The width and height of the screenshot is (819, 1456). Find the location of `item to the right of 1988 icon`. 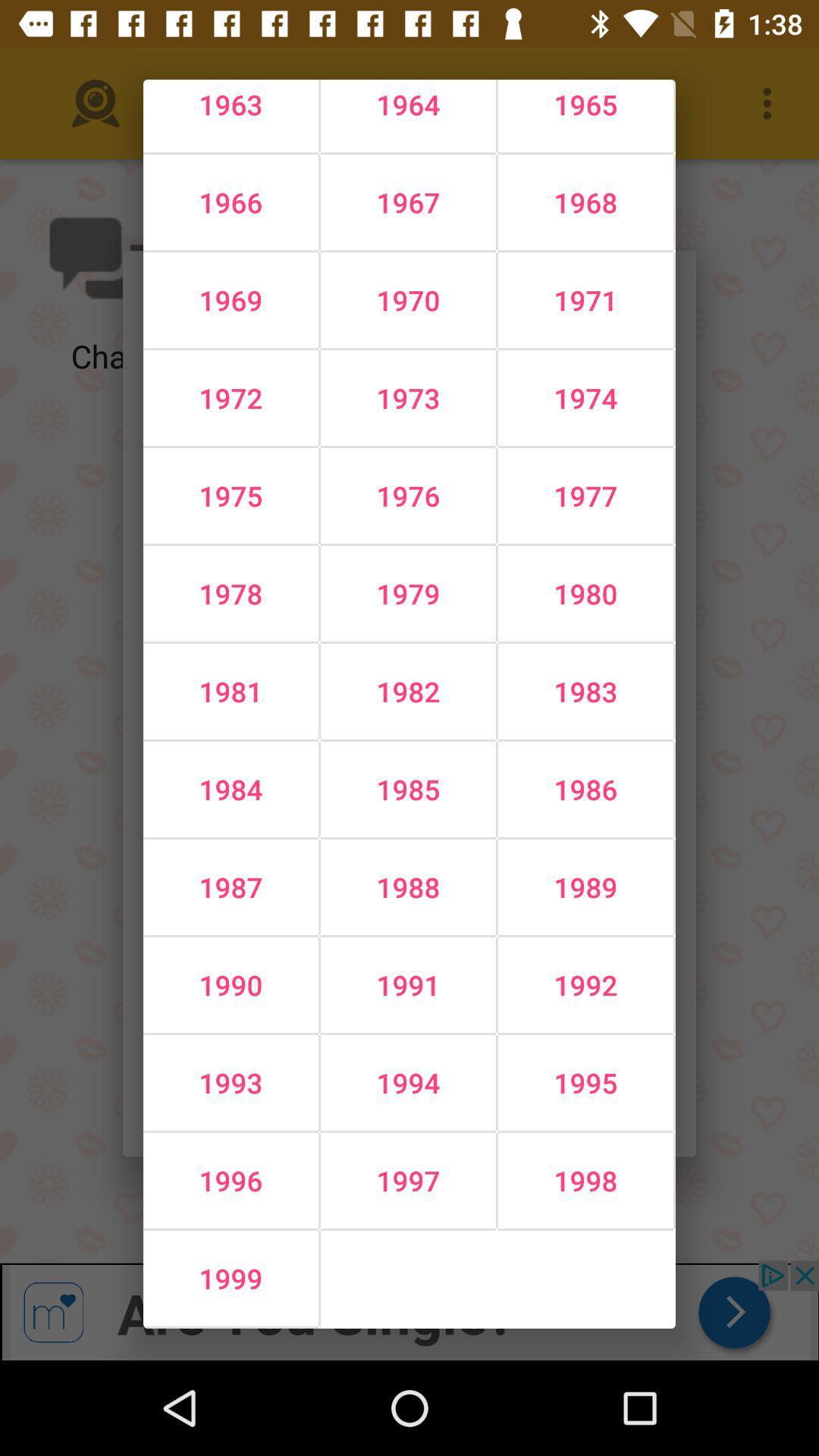

item to the right of 1988 icon is located at coordinates (585, 985).